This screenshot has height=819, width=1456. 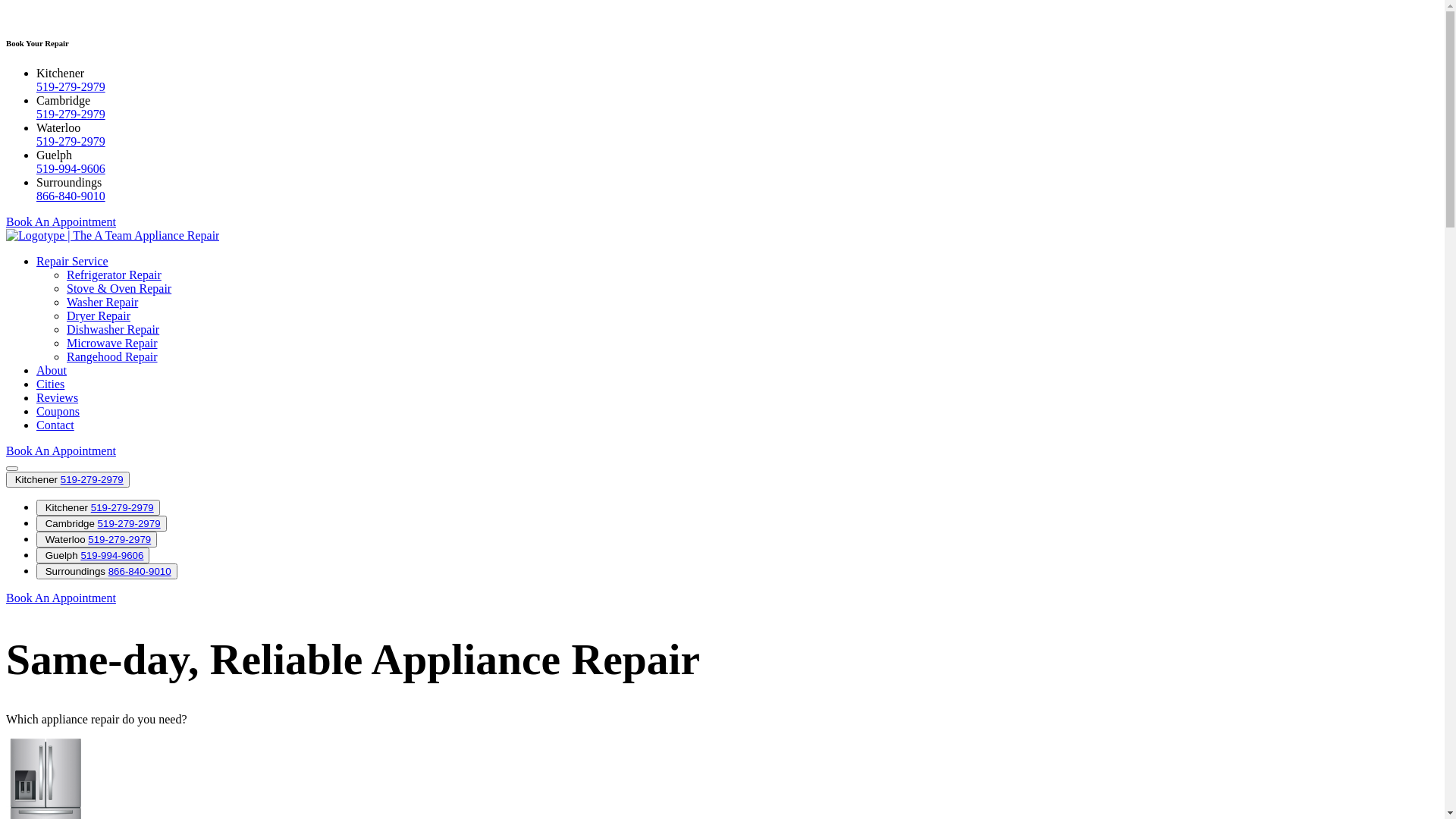 What do you see at coordinates (118, 288) in the screenshot?
I see `'Stove & Oven Repair'` at bounding box center [118, 288].